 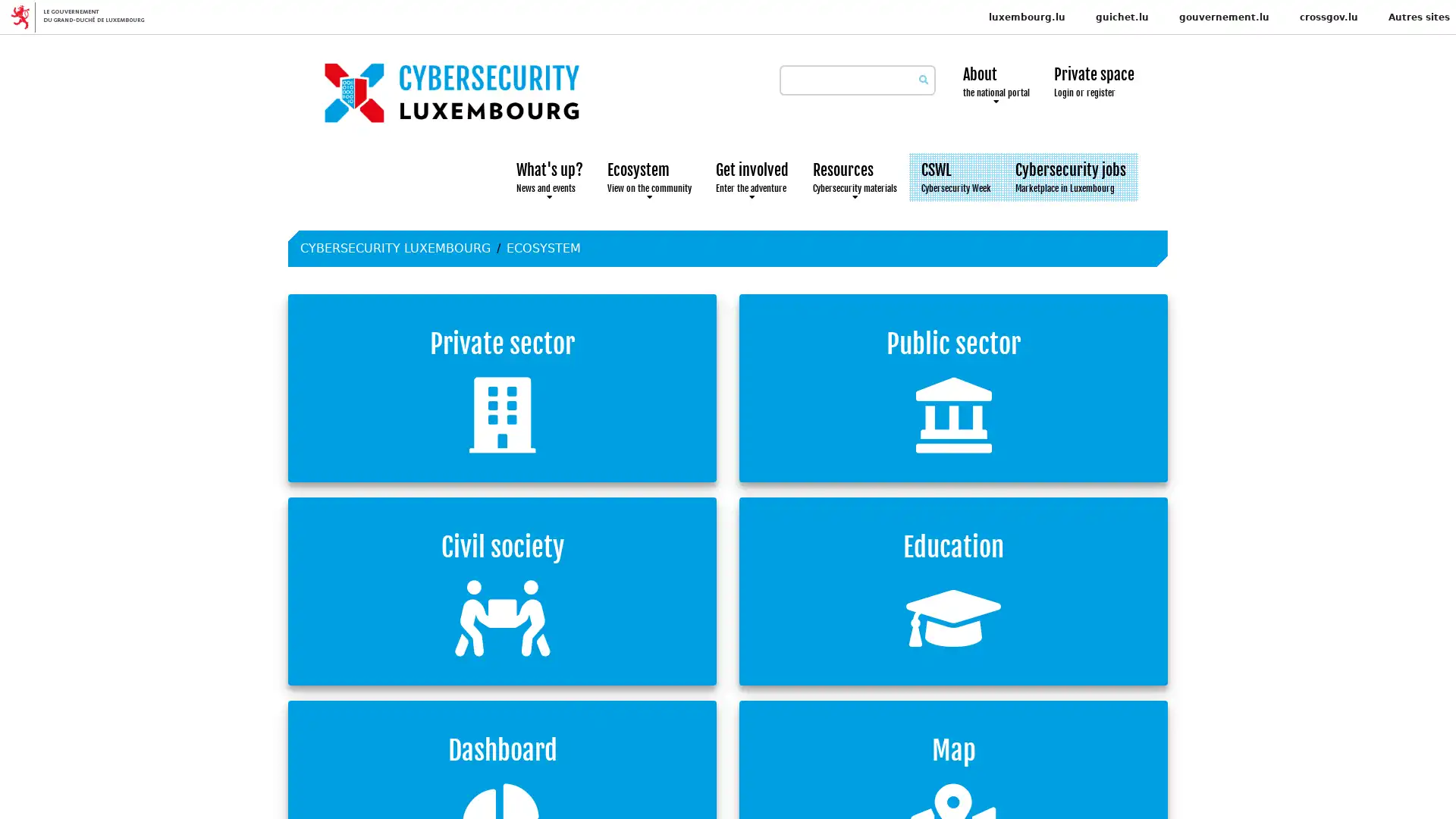 What do you see at coordinates (955, 177) in the screenshot?
I see `CSWL Cybersecurity Week` at bounding box center [955, 177].